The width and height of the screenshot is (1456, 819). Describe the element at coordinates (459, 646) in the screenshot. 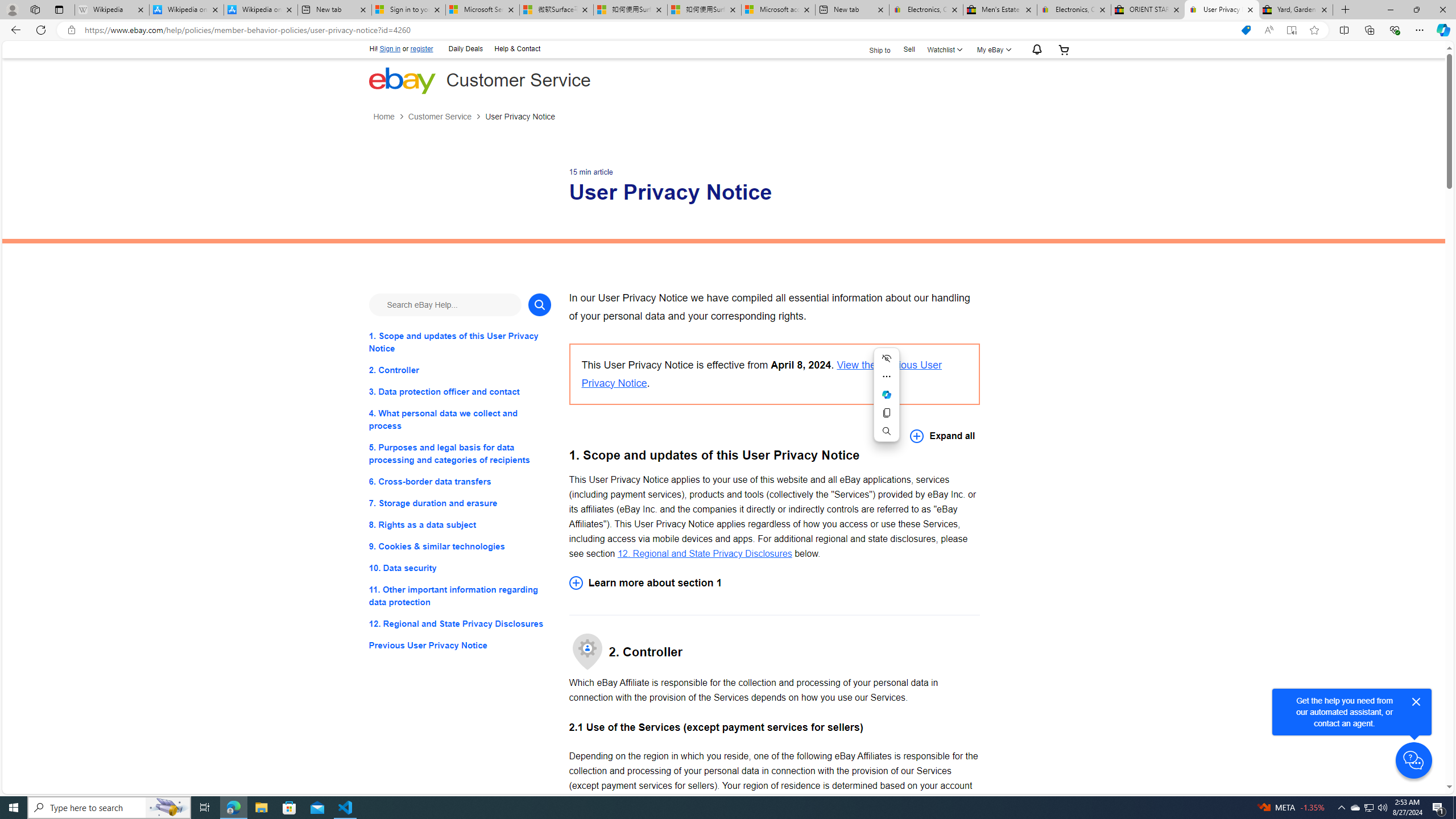

I see `'Previous User Privacy Notice'` at that location.